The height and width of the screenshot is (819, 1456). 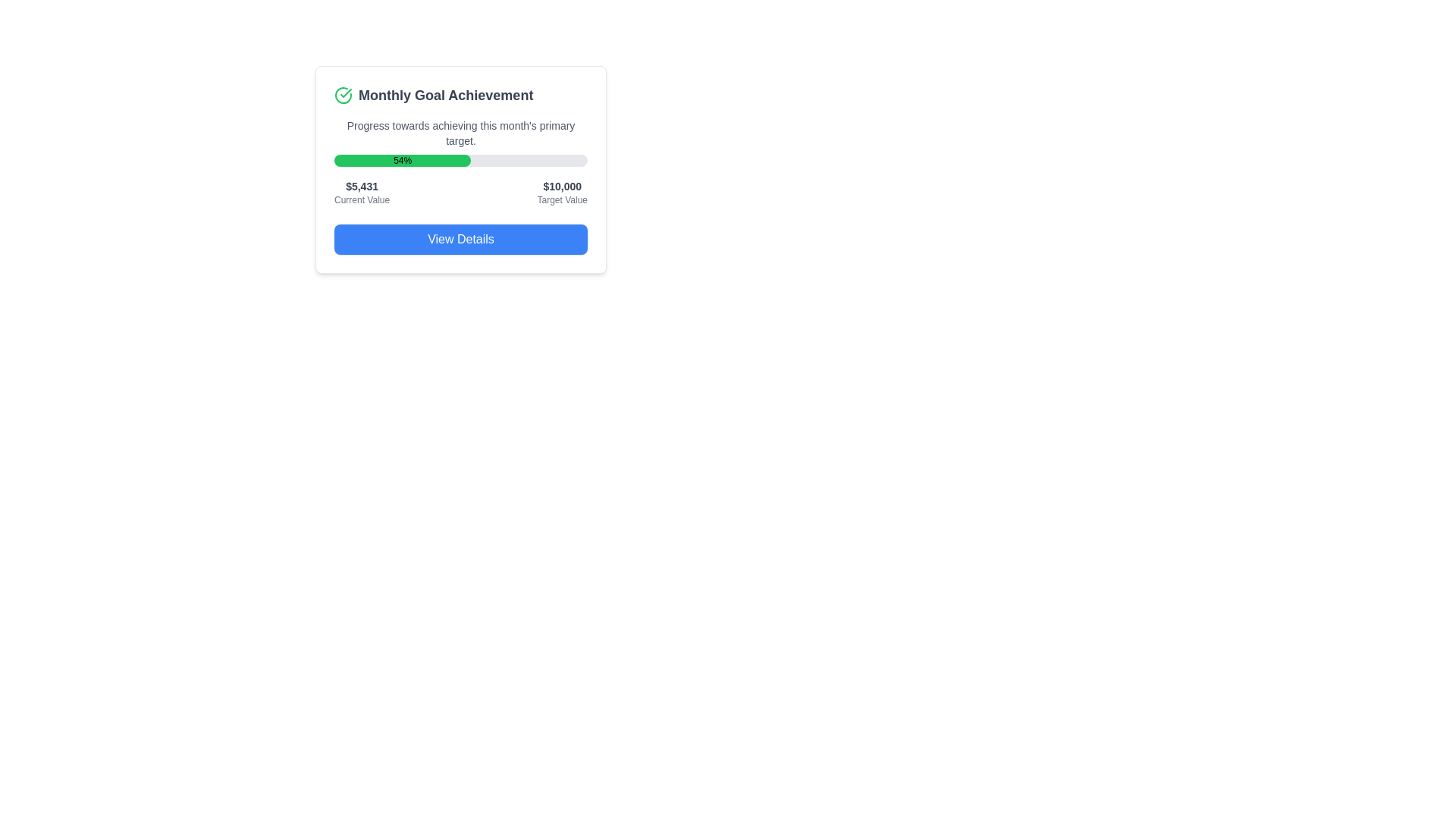 I want to click on the button located at the bottom of the monthly goals card, so click(x=460, y=239).